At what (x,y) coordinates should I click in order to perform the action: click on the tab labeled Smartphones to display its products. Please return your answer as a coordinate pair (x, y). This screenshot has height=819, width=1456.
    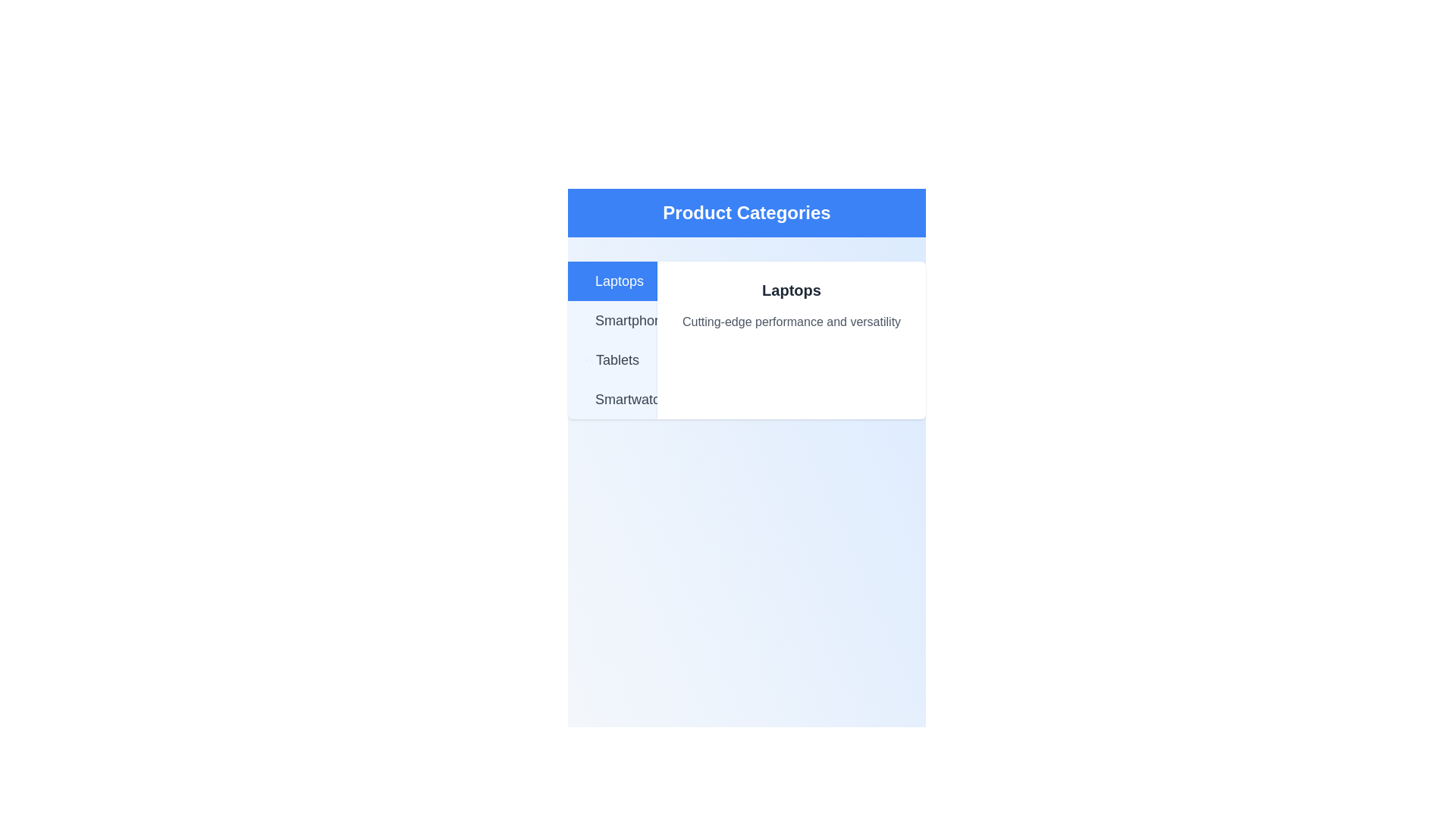
    Looking at the image, I should click on (612, 320).